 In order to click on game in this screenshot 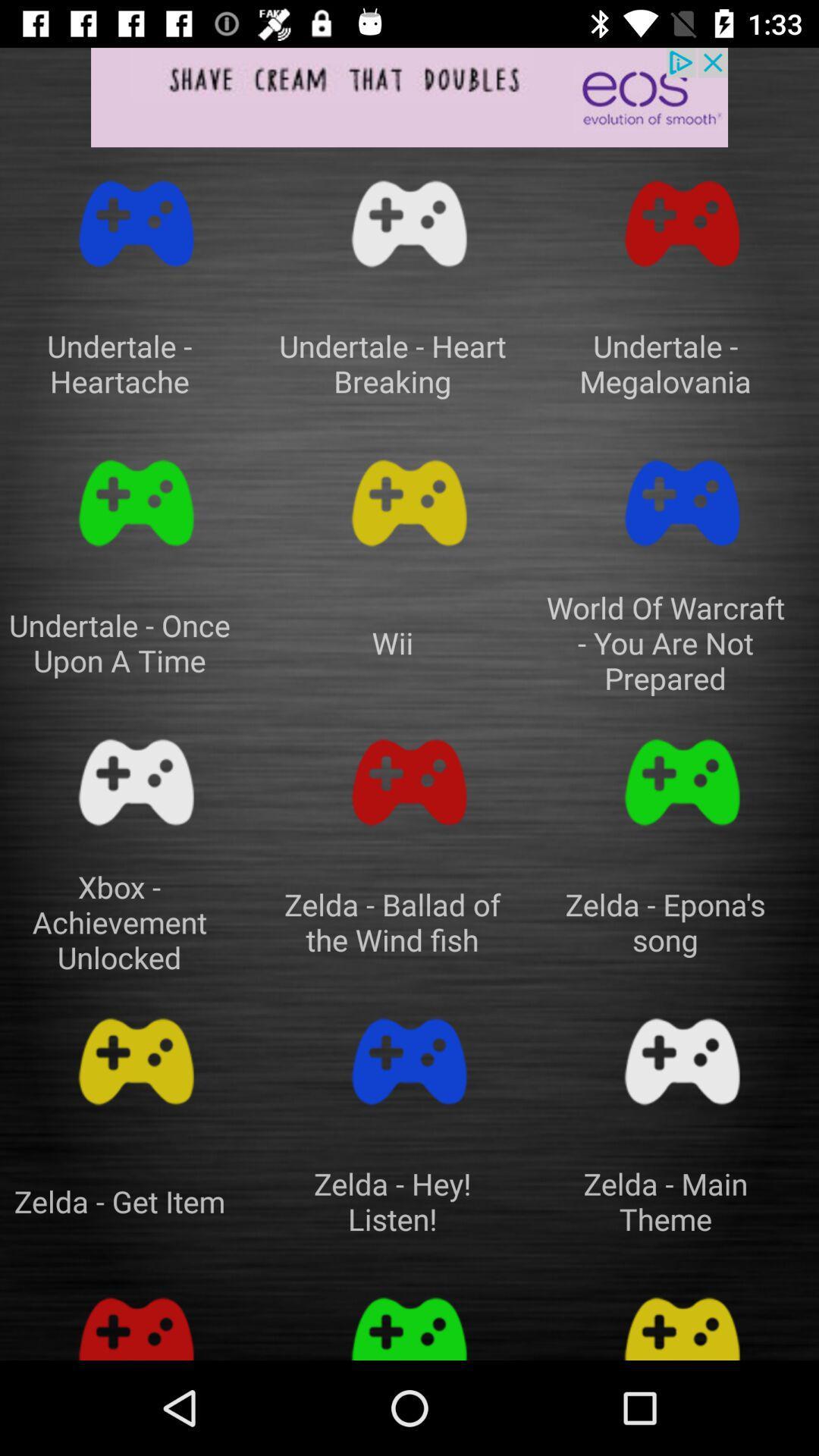, I will do `click(136, 1319)`.